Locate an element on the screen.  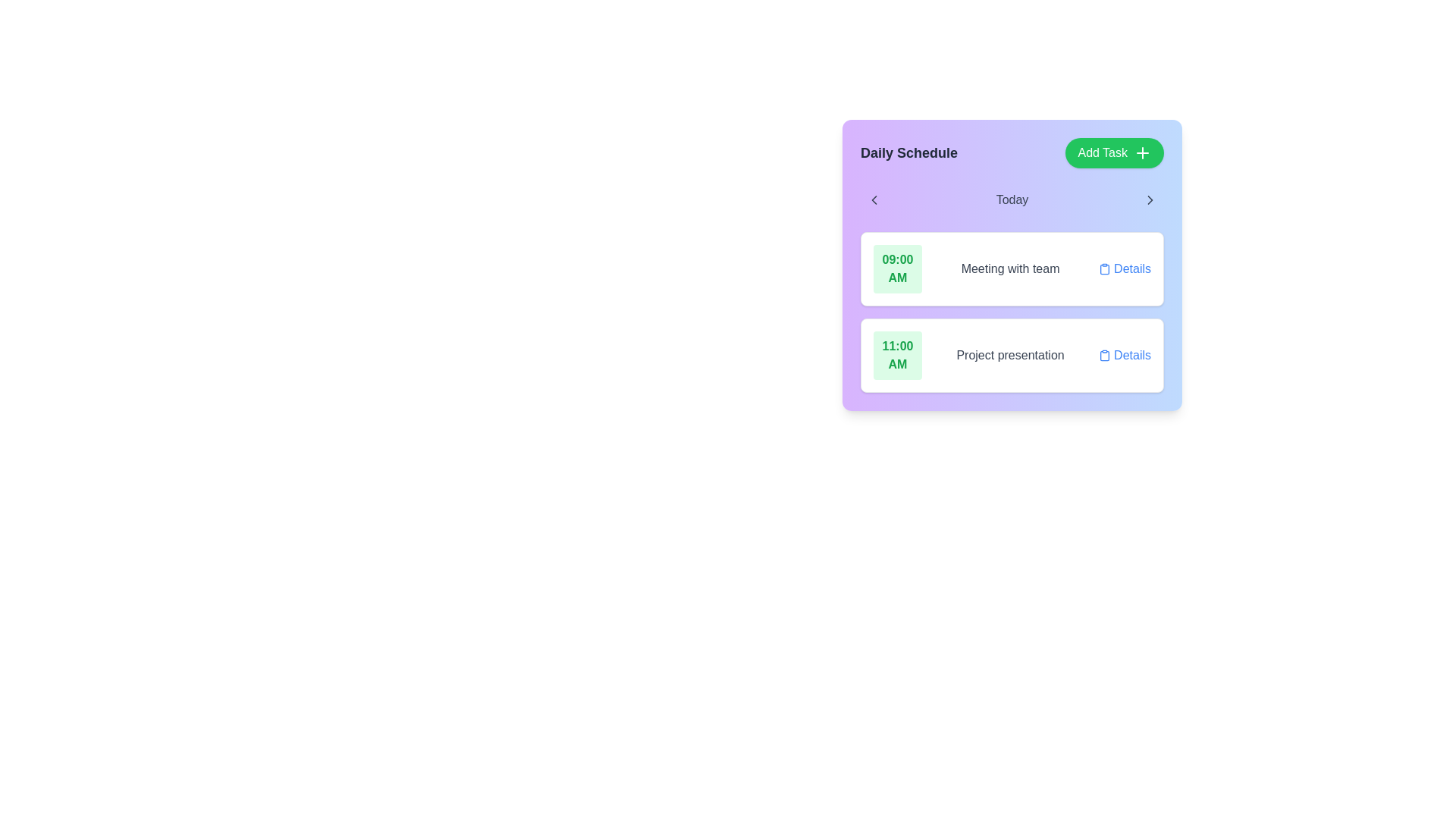
the rectangular button-like component displaying '09:00 AM' with a light green background and white text to interact with a related feature is located at coordinates (898, 268).